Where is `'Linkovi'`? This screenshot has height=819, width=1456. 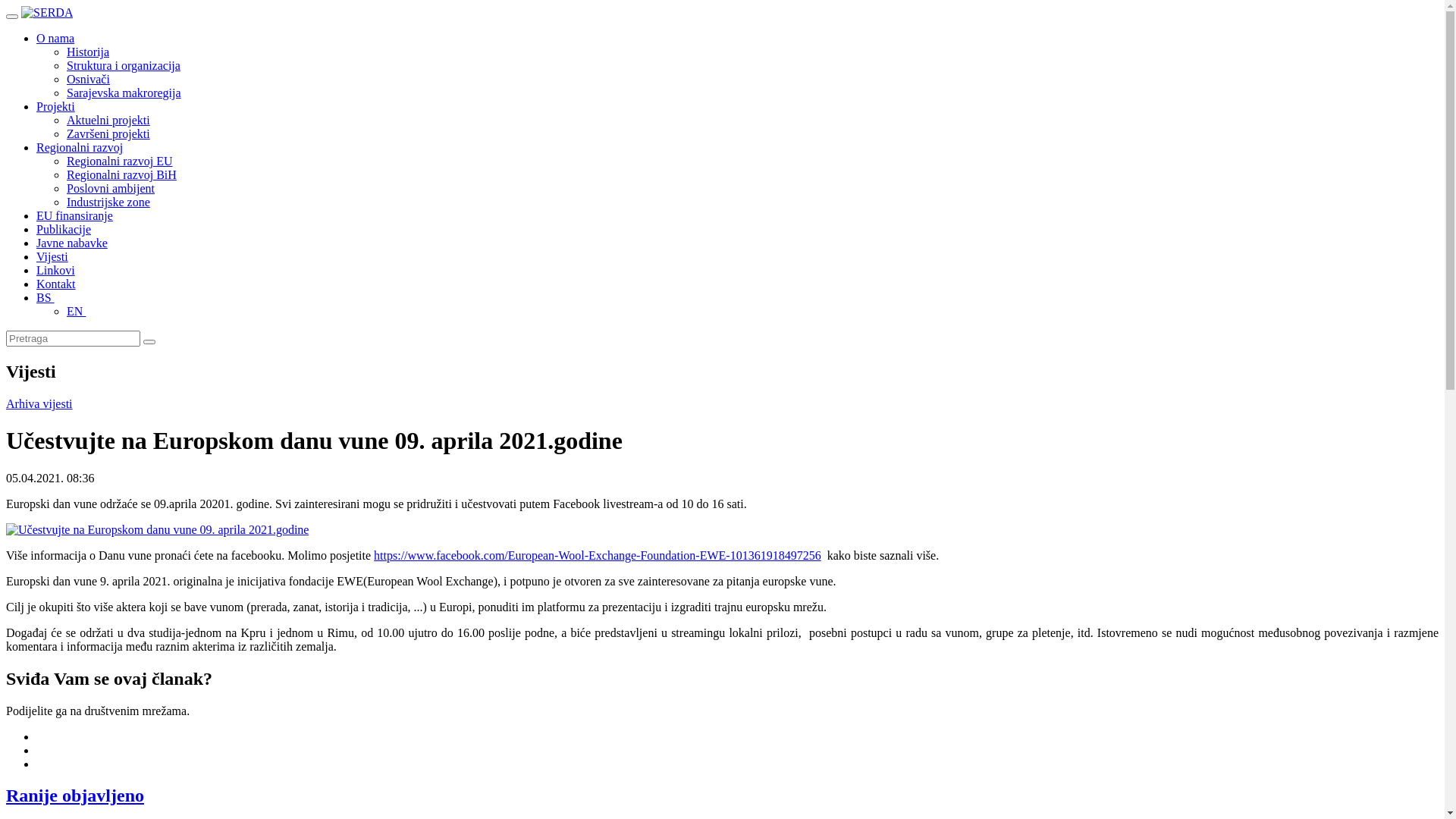
'Linkovi' is located at coordinates (36, 269).